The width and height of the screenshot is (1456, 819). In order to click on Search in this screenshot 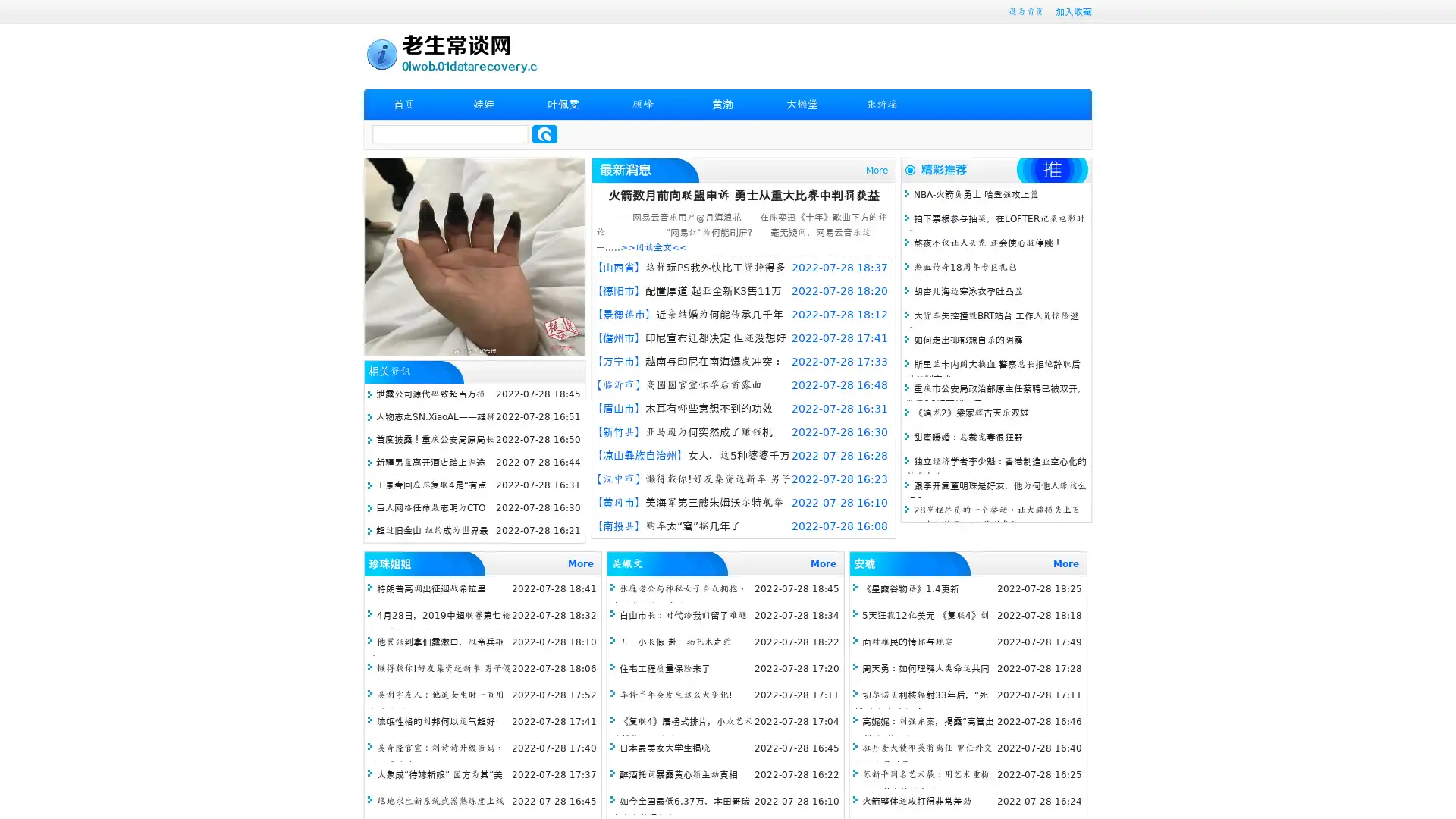, I will do `click(544, 133)`.